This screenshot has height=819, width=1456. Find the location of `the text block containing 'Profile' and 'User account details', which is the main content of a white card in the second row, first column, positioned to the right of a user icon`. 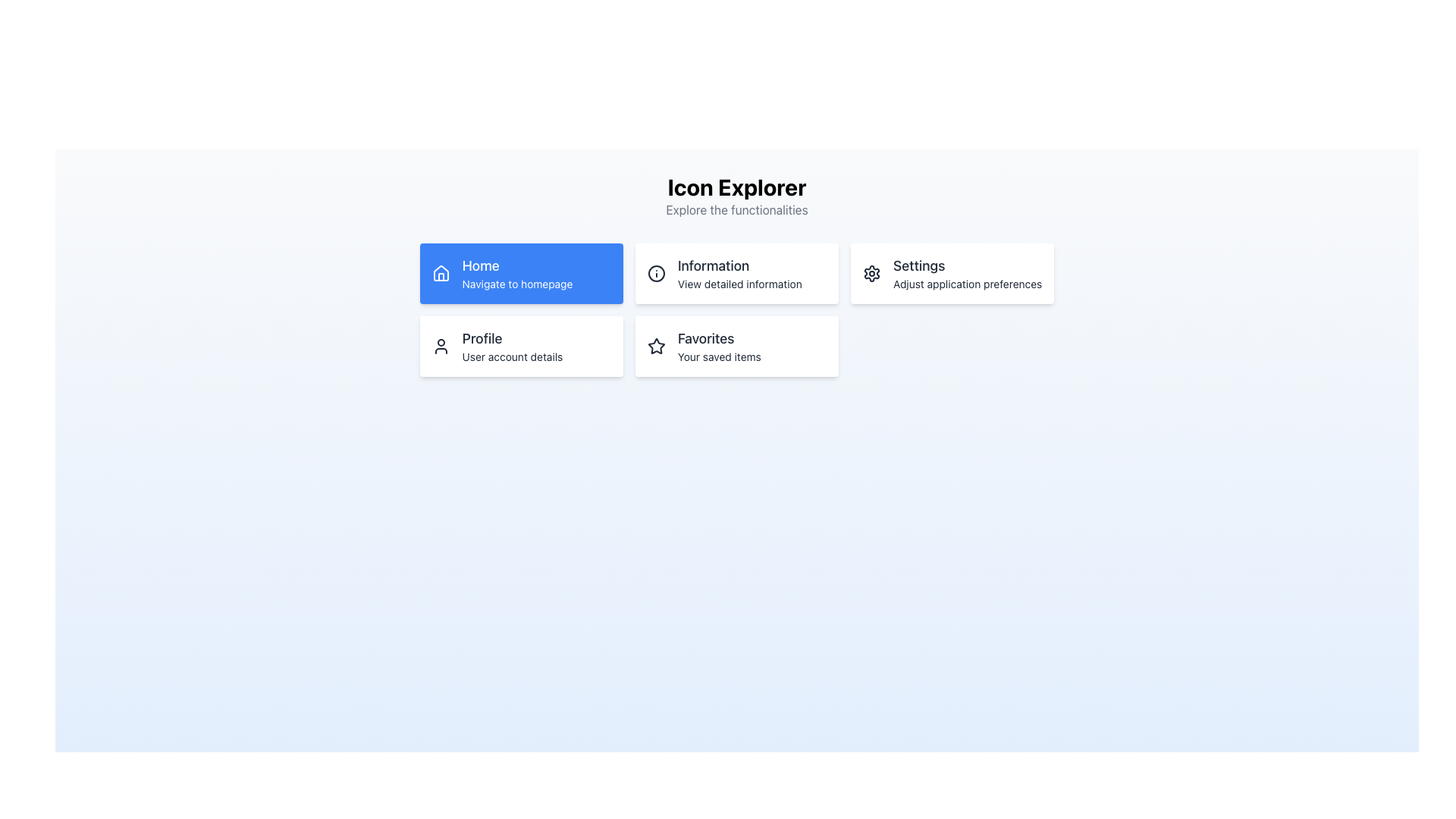

the text block containing 'Profile' and 'User account details', which is the main content of a white card in the second row, first column, positioned to the right of a user icon is located at coordinates (513, 346).